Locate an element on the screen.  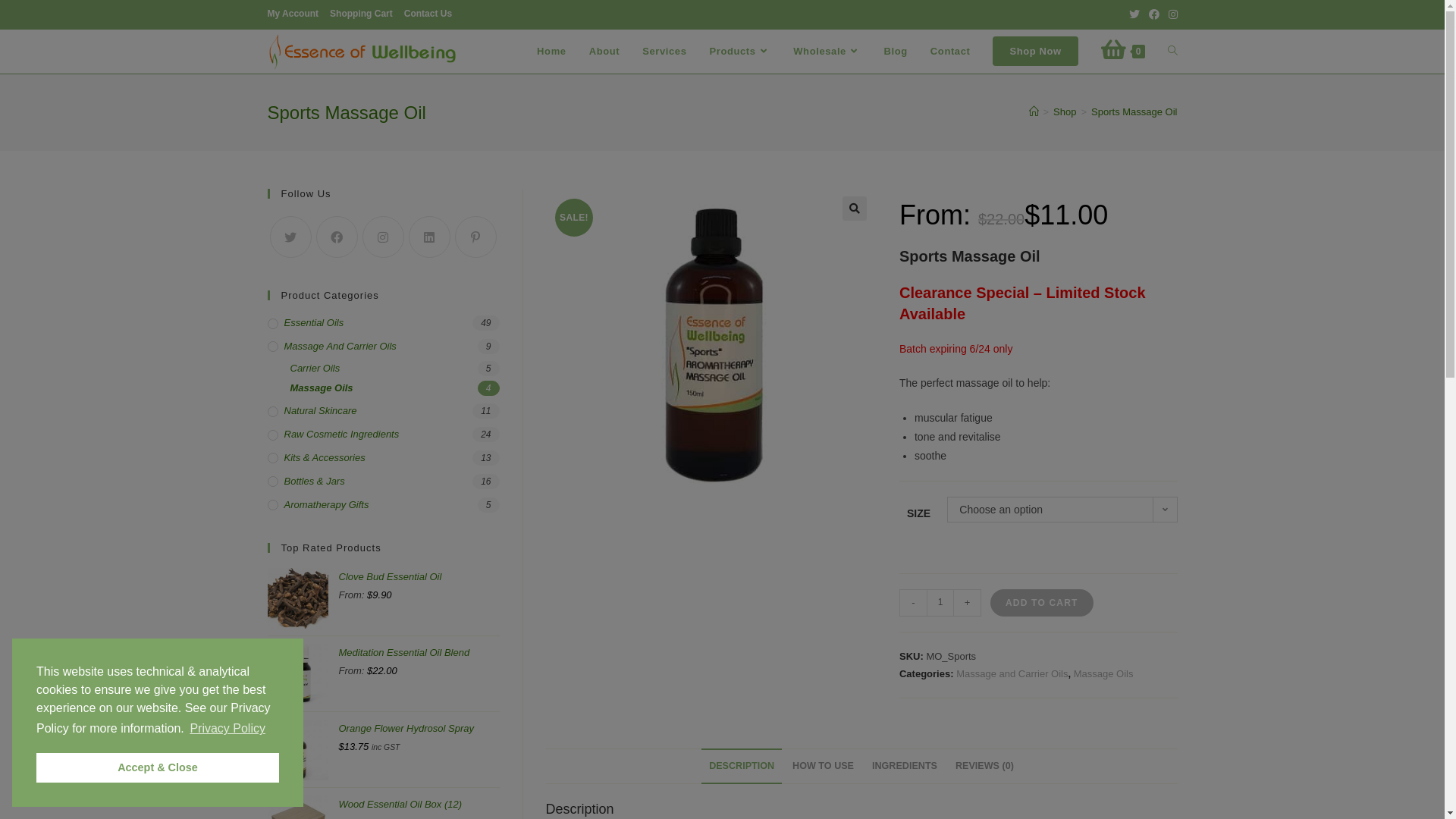
'Bottles & Jars' is located at coordinates (382, 482).